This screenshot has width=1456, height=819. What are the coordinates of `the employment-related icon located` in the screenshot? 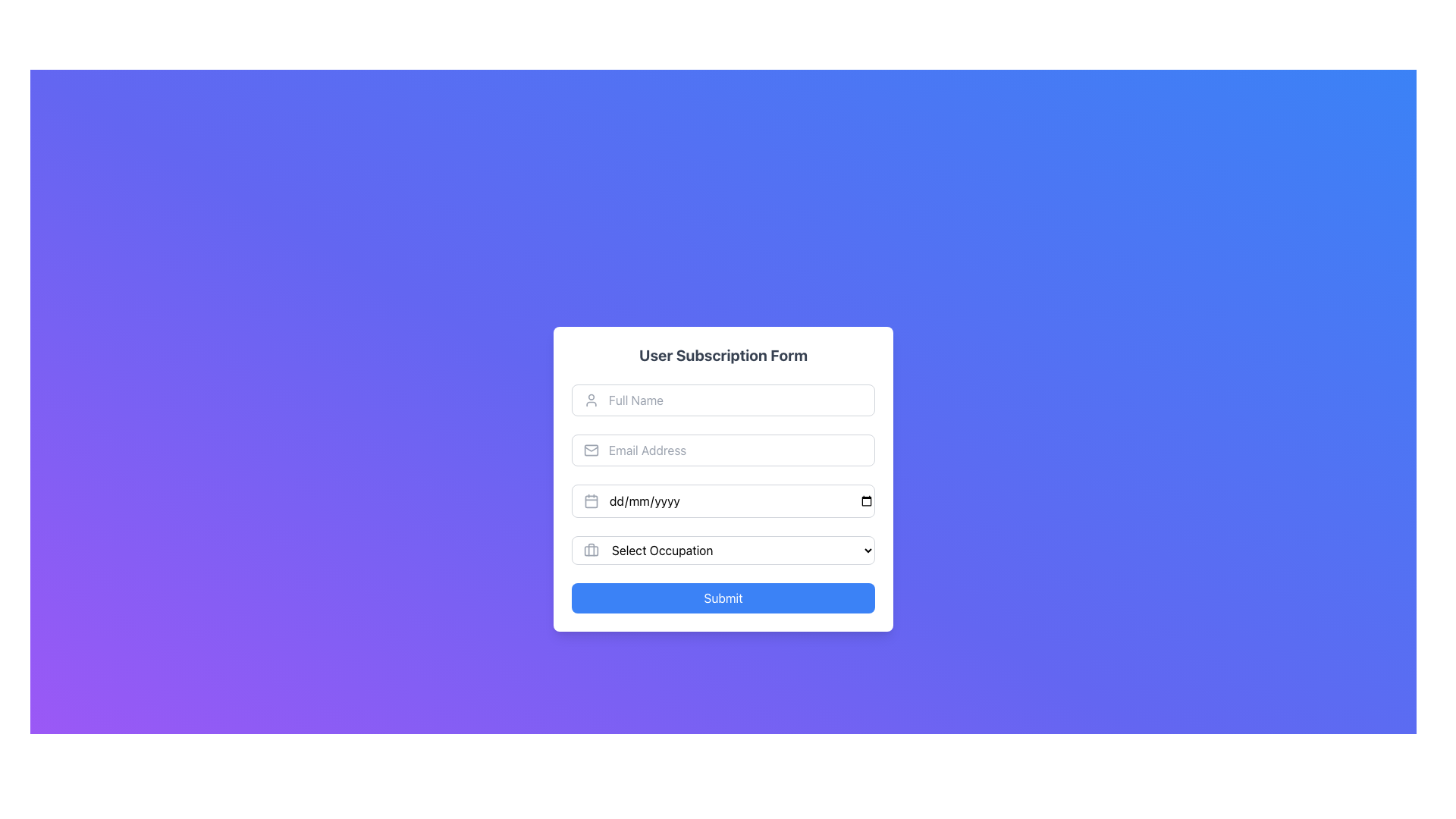 It's located at (590, 550).